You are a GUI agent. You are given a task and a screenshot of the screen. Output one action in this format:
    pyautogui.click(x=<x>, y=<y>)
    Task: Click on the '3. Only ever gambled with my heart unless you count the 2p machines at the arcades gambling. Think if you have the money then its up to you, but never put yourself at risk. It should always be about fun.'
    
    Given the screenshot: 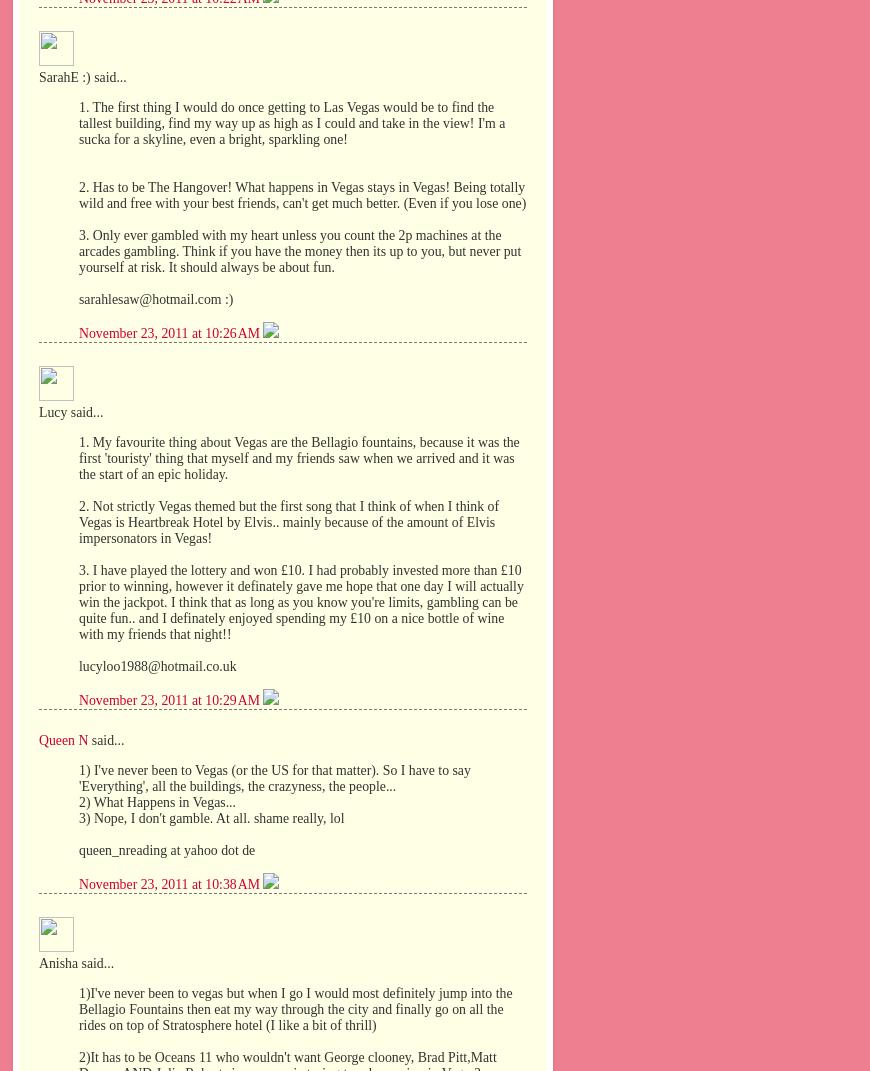 What is the action you would take?
    pyautogui.click(x=299, y=250)
    